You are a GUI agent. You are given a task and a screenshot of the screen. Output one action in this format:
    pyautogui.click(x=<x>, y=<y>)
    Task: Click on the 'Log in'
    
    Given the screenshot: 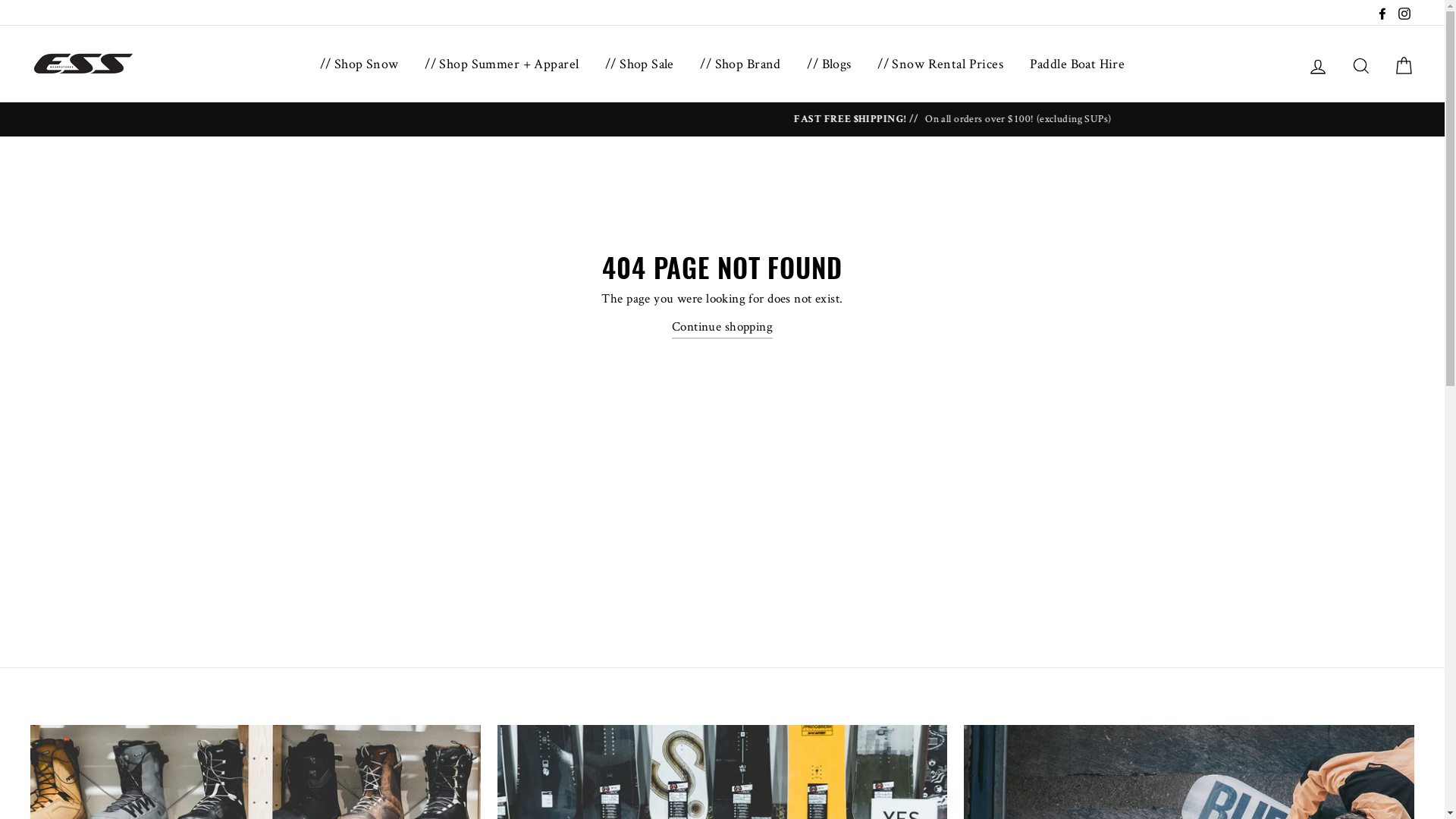 What is the action you would take?
    pyautogui.click(x=1316, y=63)
    